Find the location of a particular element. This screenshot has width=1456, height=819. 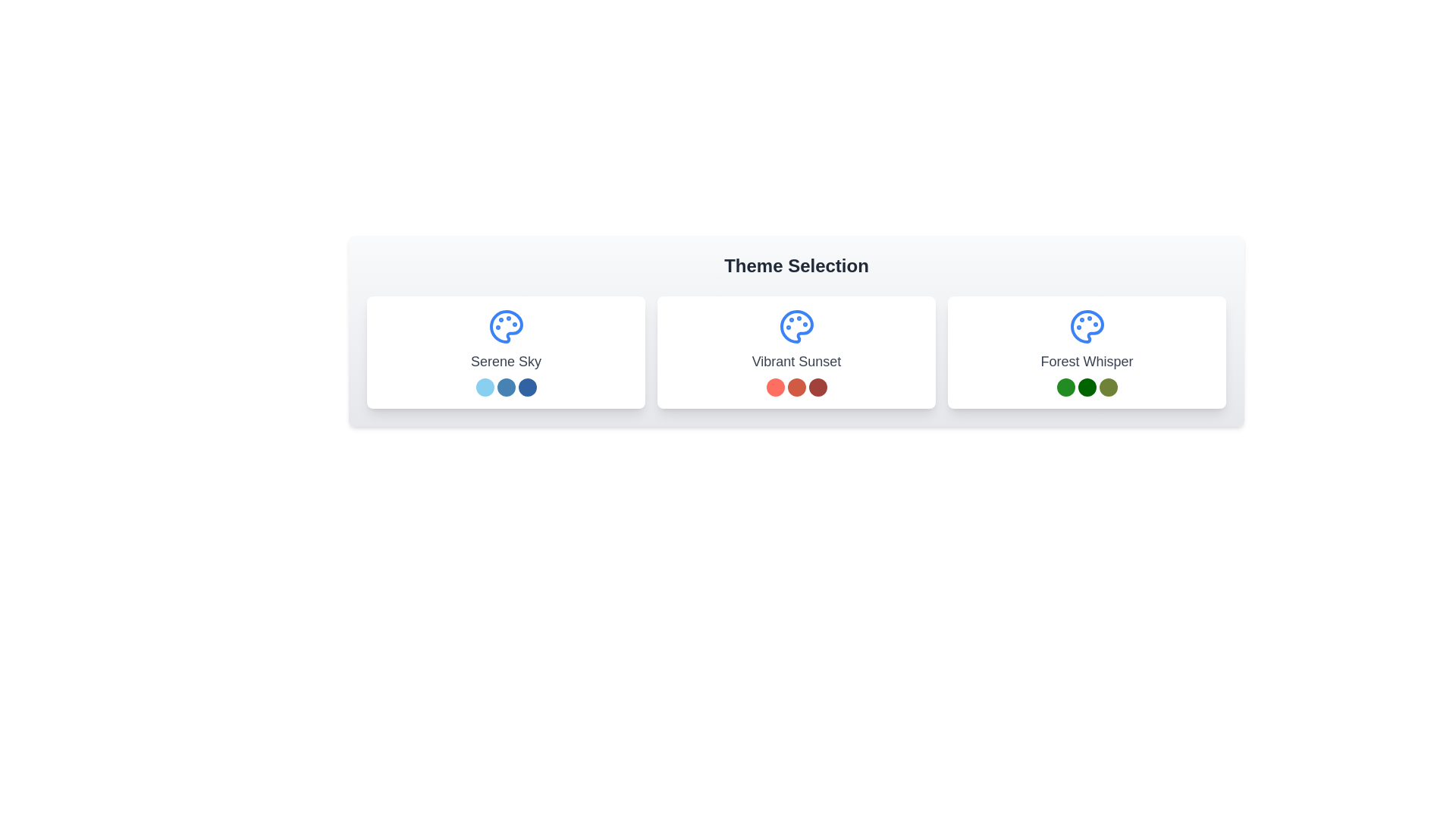

the blue painter's palette icon located in the first card labeled 'Serene Sky', which is positioned above the text 'Serene Sky' and the blue circular indicators is located at coordinates (506, 326).